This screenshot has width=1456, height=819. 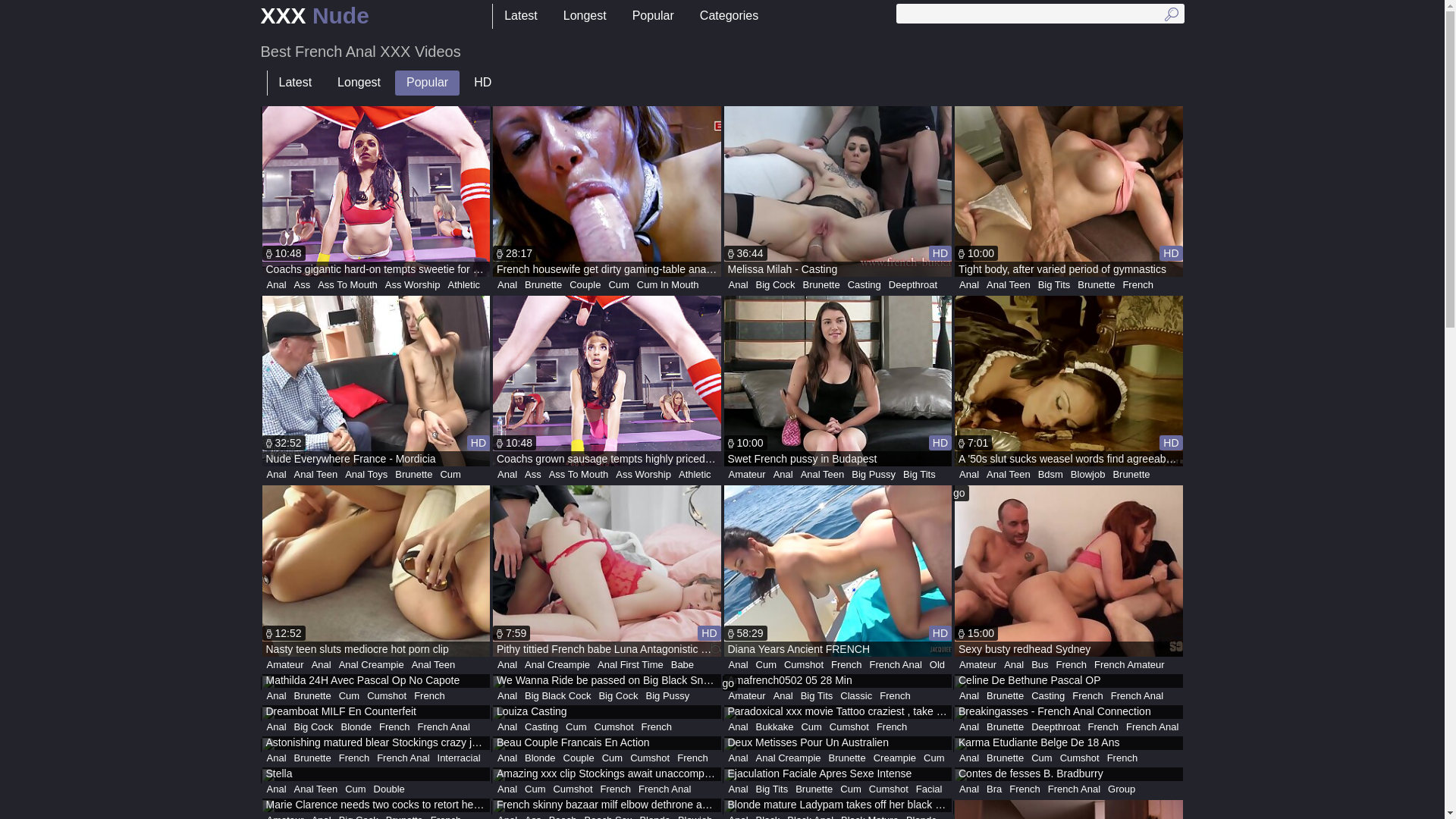 What do you see at coordinates (376, 380) in the screenshot?
I see `'Nude Everywhere France - Mordicia` at bounding box center [376, 380].